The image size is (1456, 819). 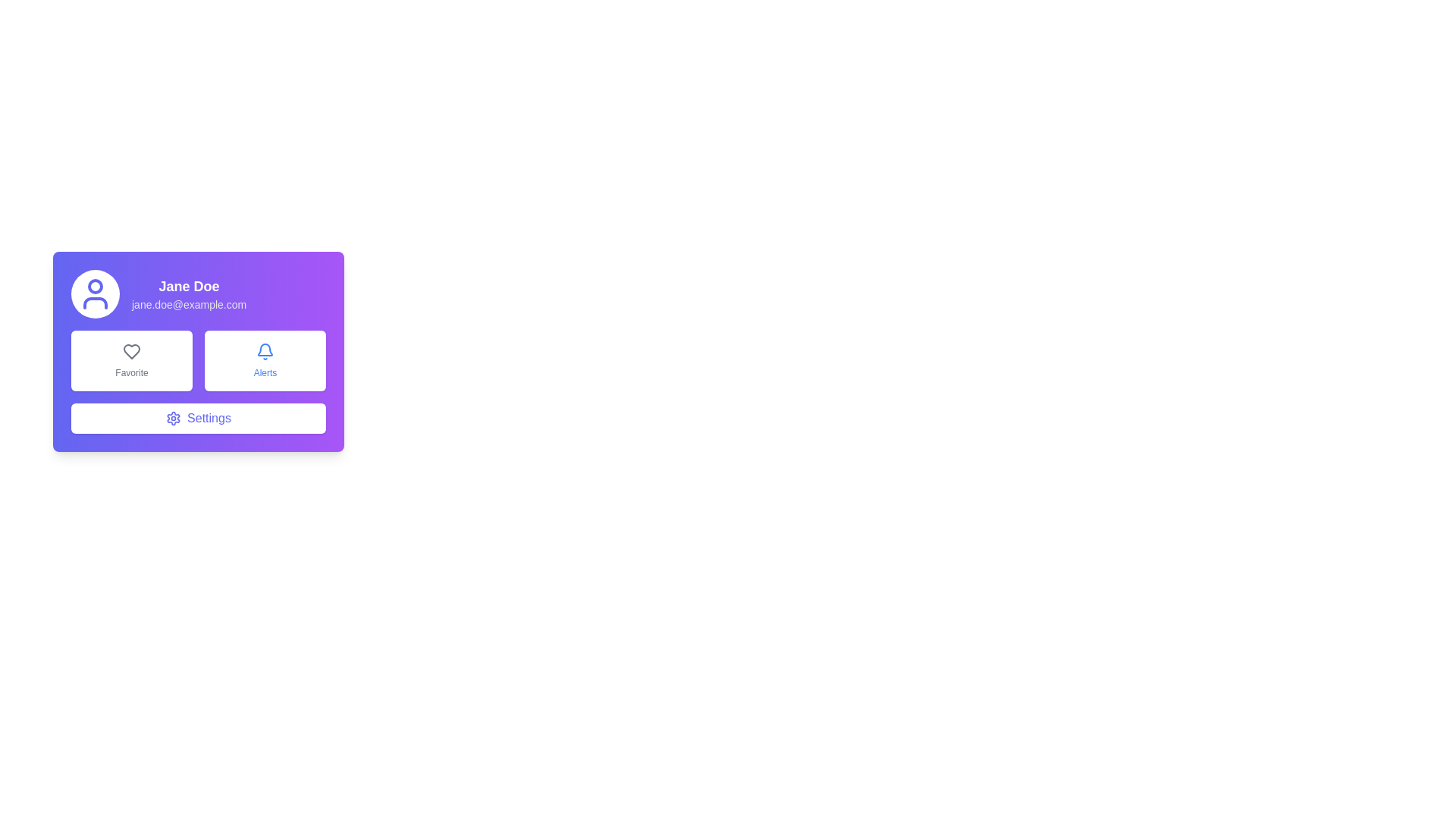 What do you see at coordinates (174, 418) in the screenshot?
I see `the gear-shaped icon representing settings, which is located above the 'Settings' label in the card-like interface` at bounding box center [174, 418].